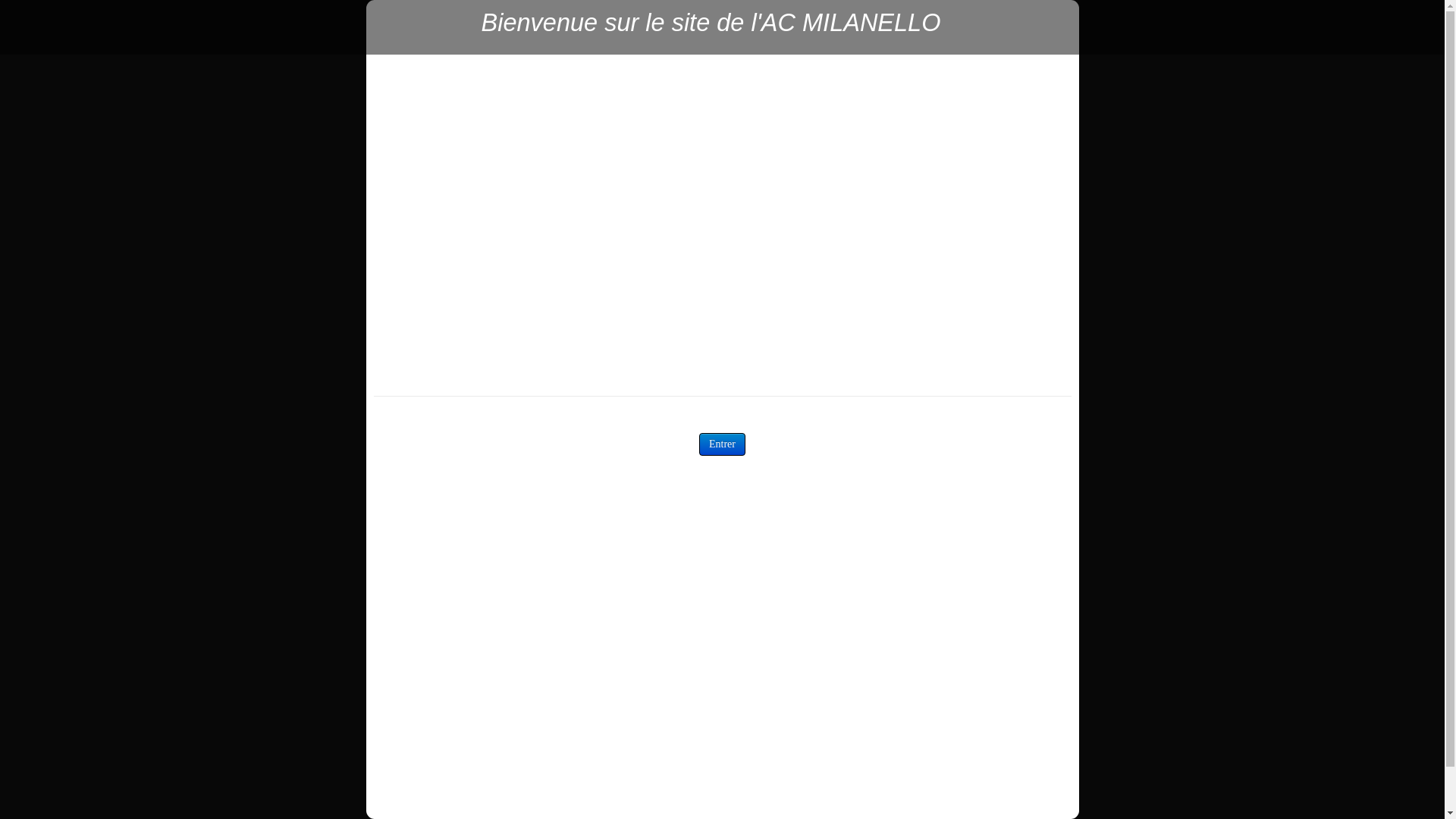 This screenshot has height=819, width=1456. I want to click on 'Entrer', so click(721, 444).